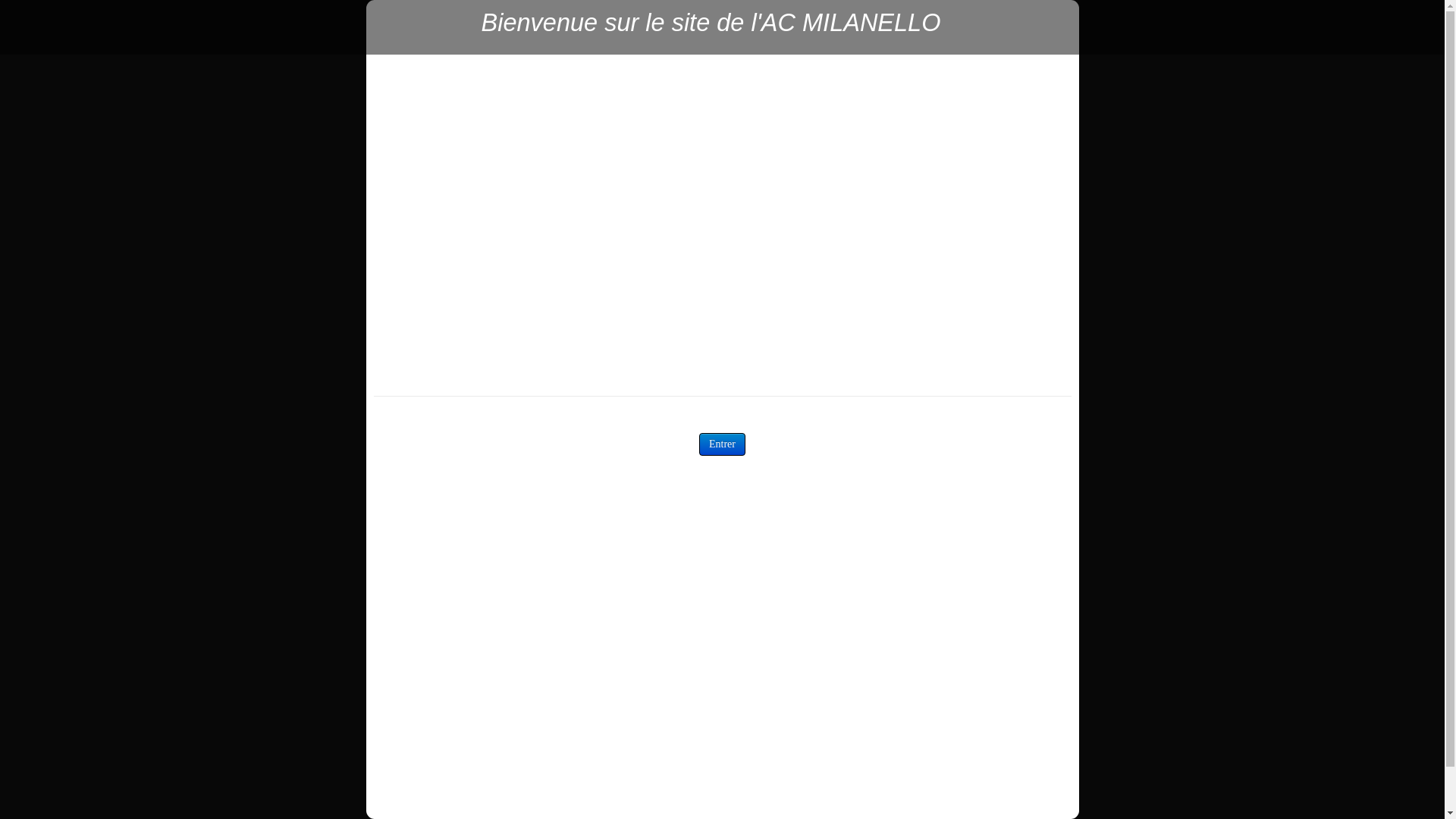 This screenshot has height=819, width=1456. I want to click on 'Entrer', so click(721, 444).